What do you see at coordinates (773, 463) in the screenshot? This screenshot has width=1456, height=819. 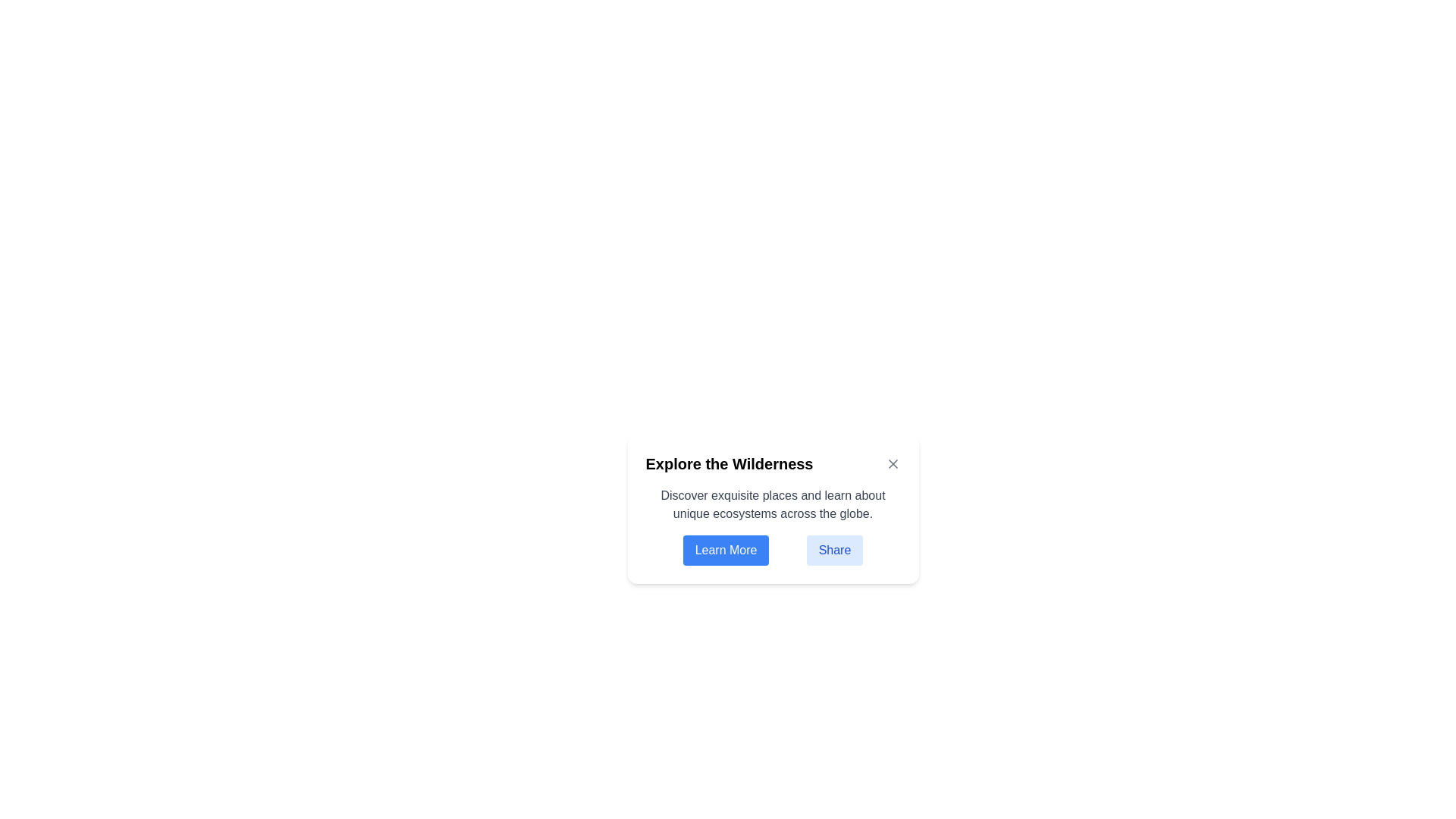 I see `the text label or heading at the top-center of the card, which summarizes the content below` at bounding box center [773, 463].